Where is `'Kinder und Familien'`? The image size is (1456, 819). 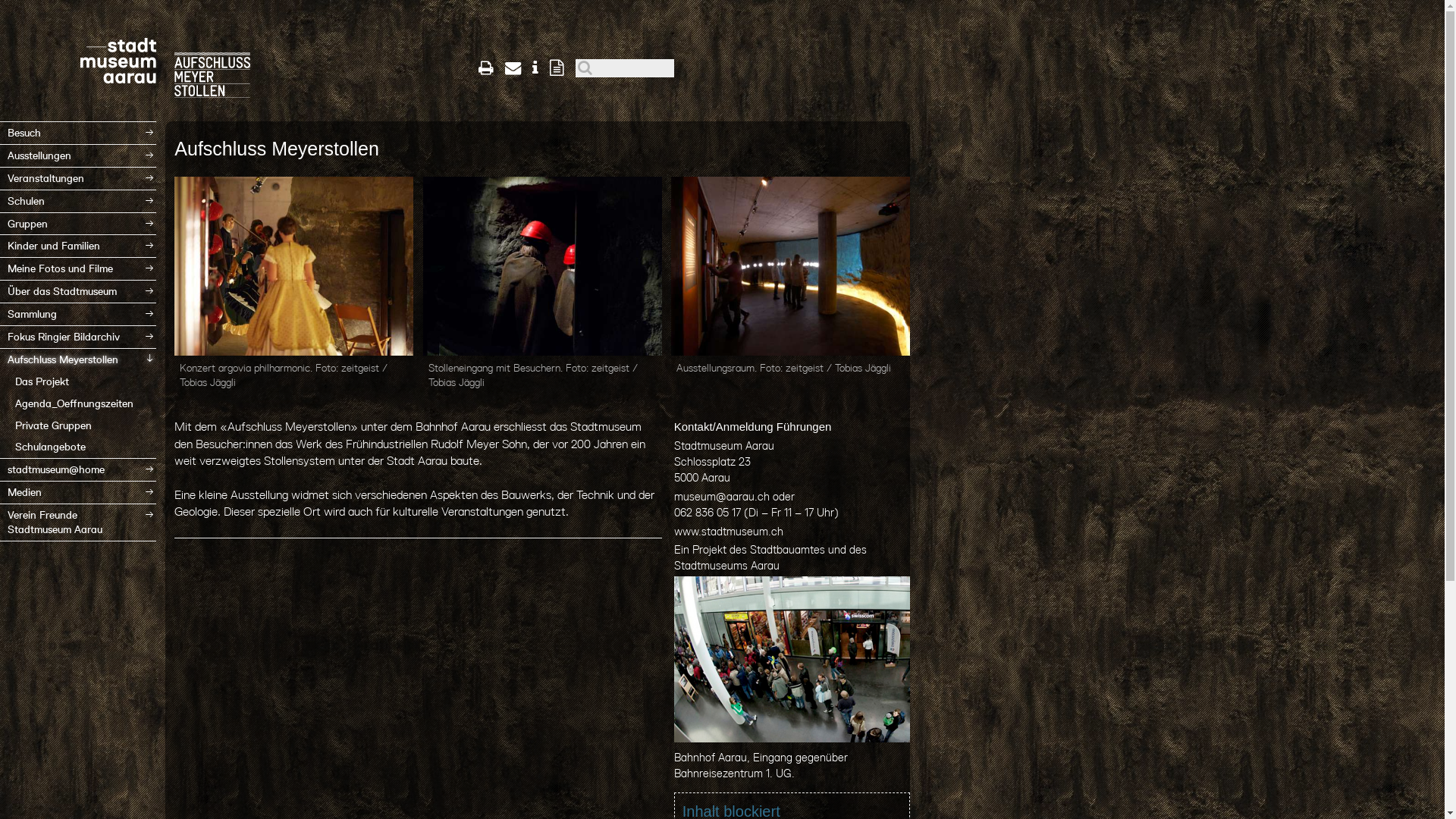 'Kinder und Familien' is located at coordinates (77, 245).